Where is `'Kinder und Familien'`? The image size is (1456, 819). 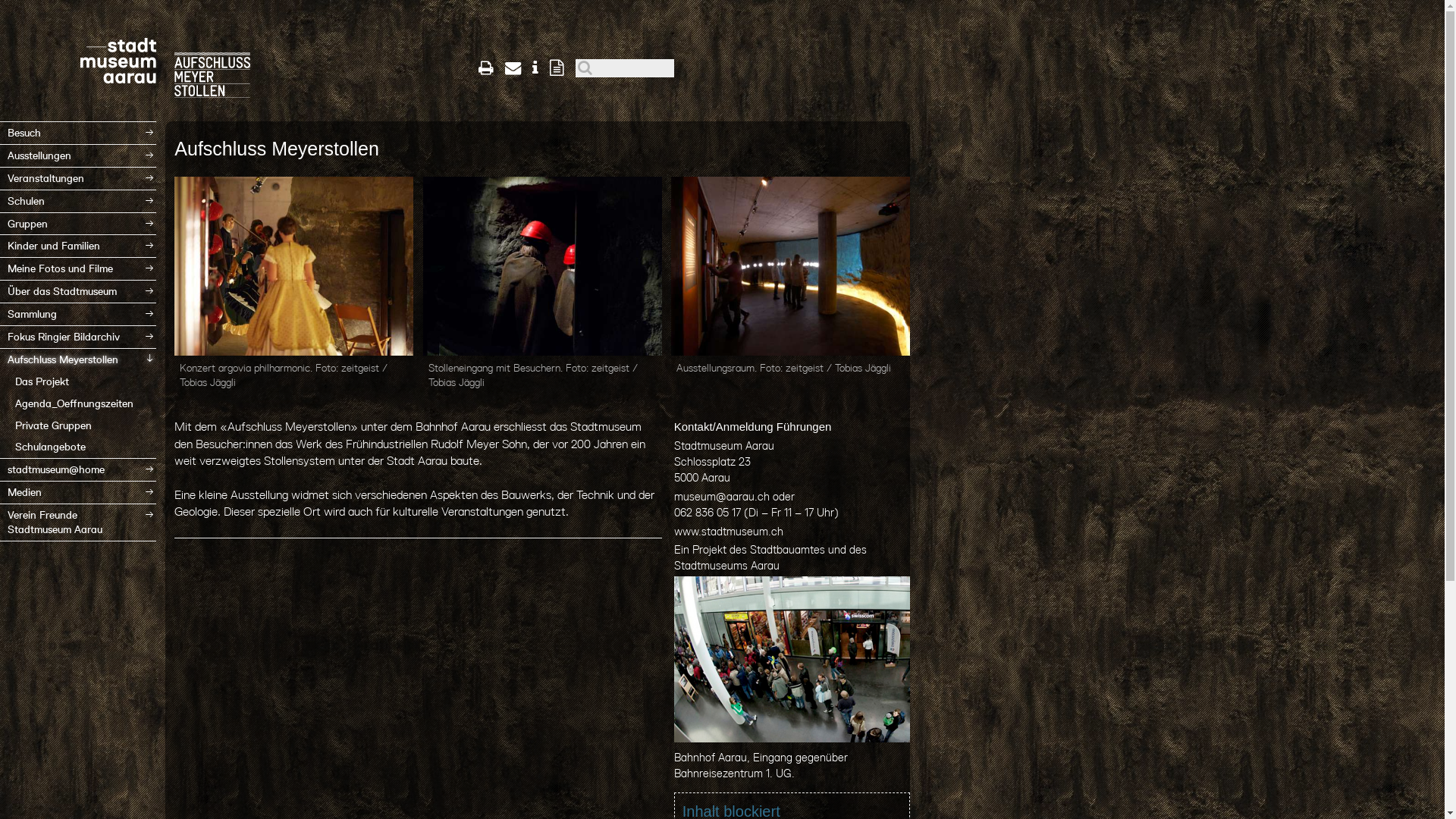 'Kinder und Familien' is located at coordinates (77, 245).